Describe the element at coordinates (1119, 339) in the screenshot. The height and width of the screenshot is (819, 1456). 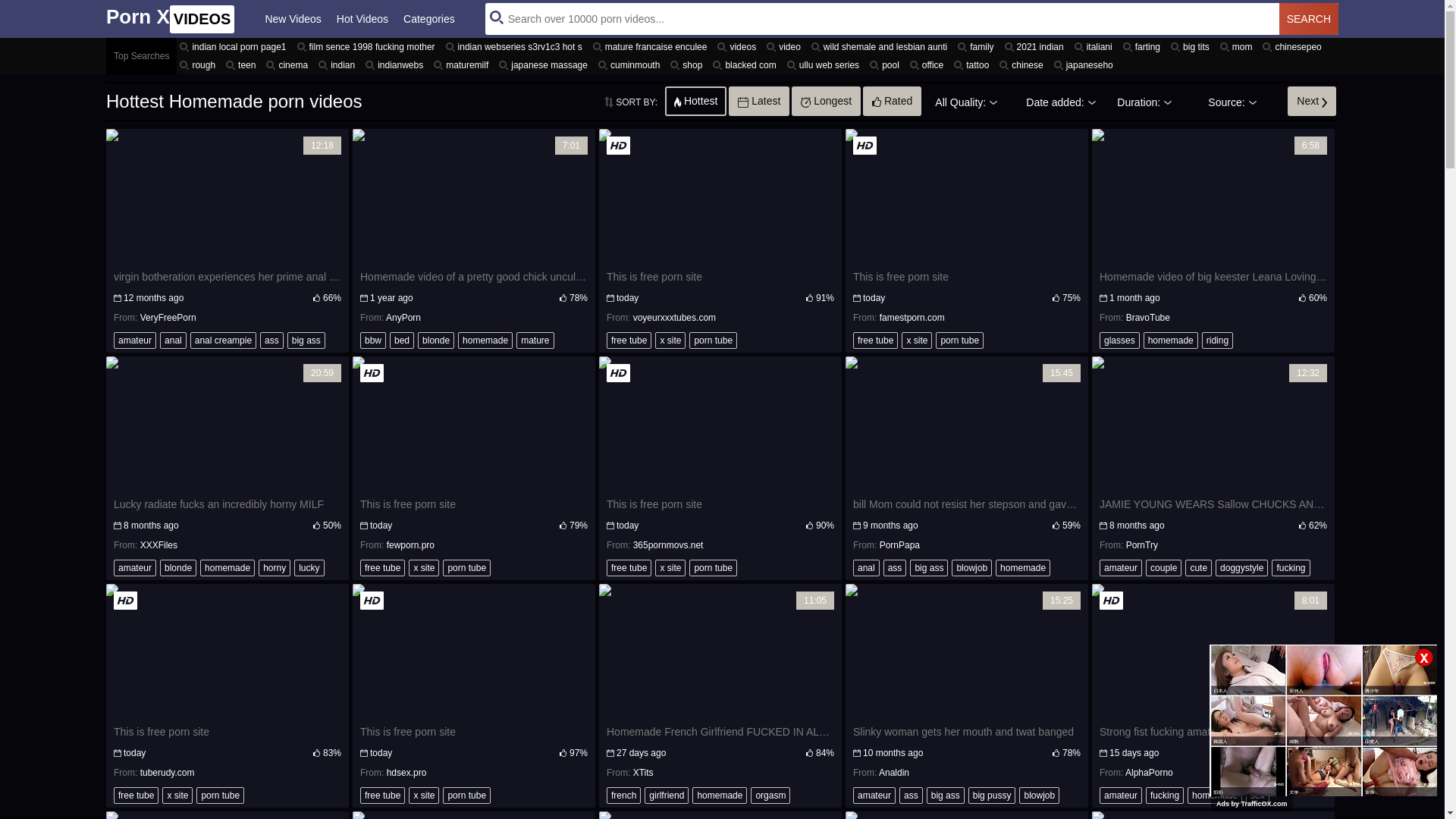
I see `'glasses'` at that location.